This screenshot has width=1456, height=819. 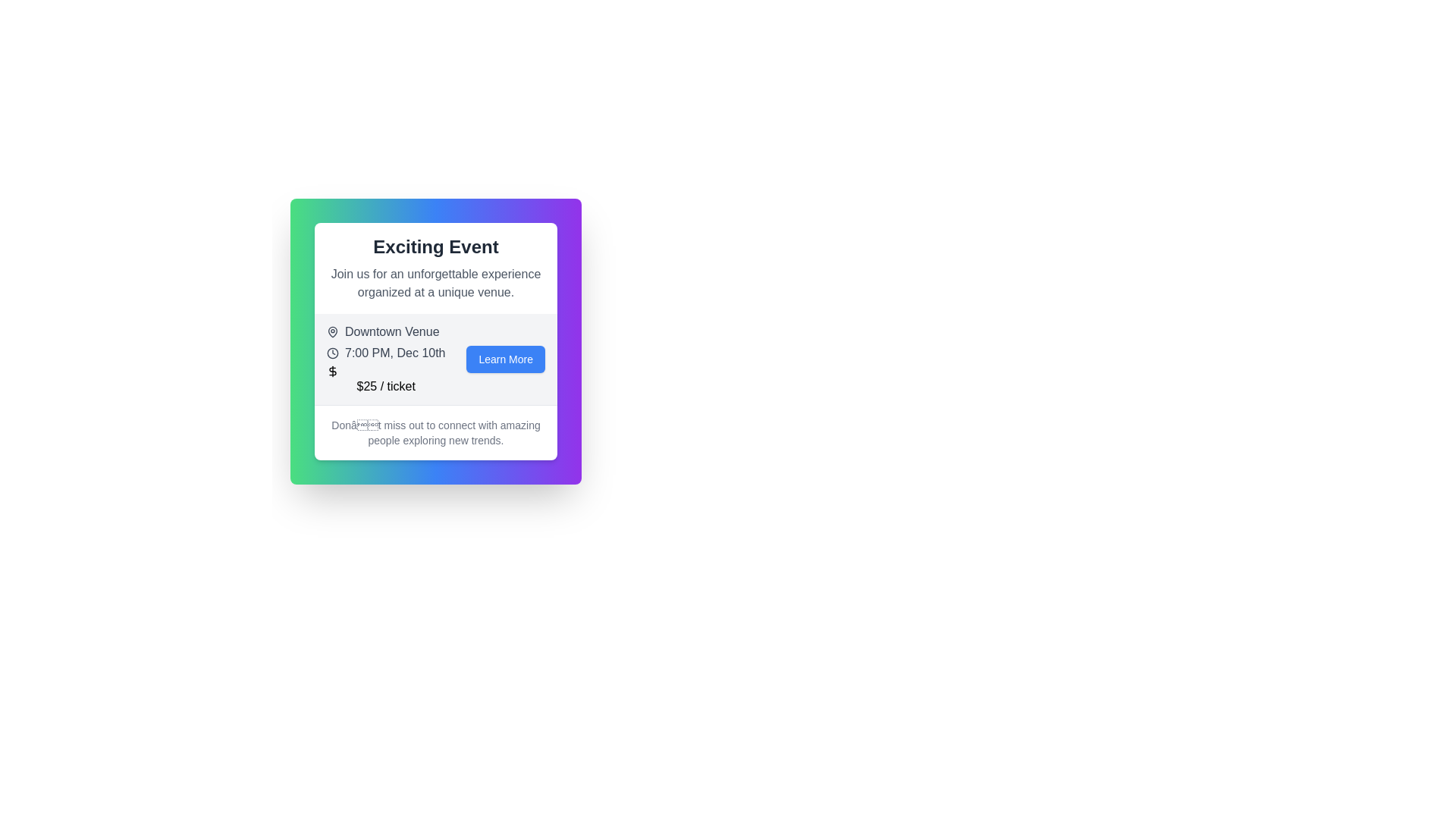 I want to click on the Text Block at the top section of the central card that introduces the event and conveys the primary message, so click(x=435, y=268).